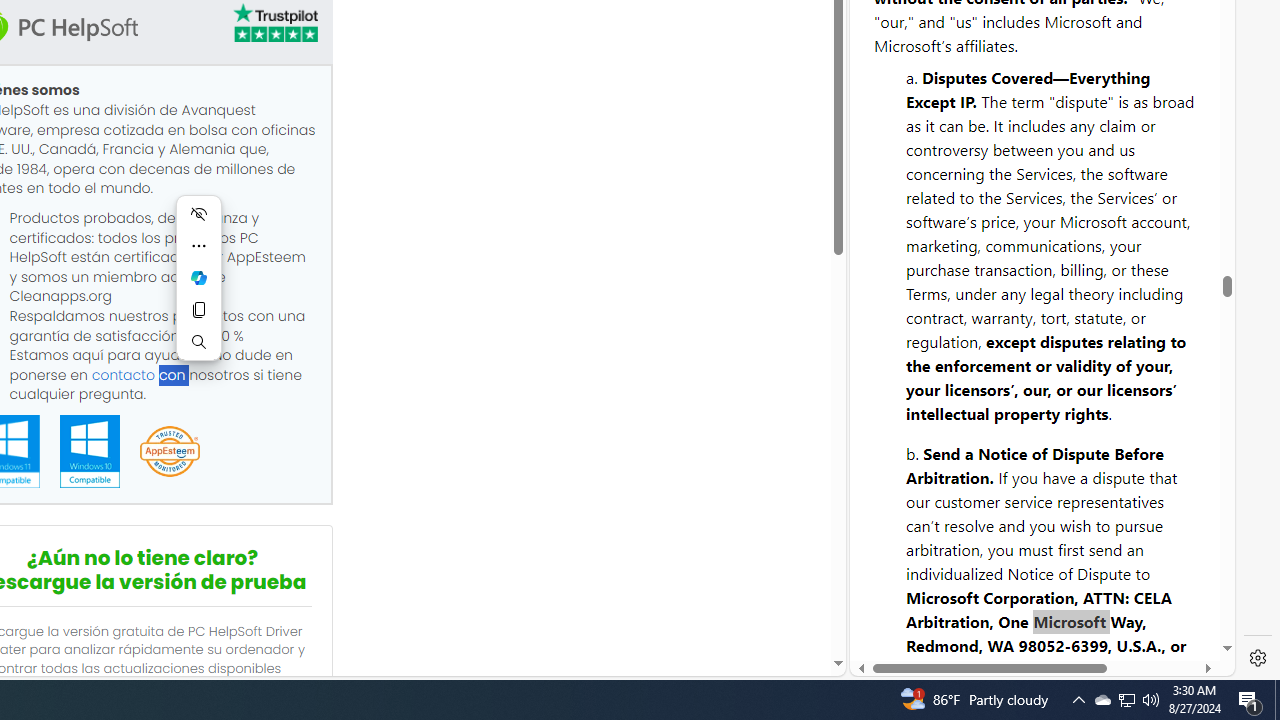 The image size is (1280, 720). Describe the element at coordinates (88, 451) in the screenshot. I see `'Windows 10 Compatible'` at that location.